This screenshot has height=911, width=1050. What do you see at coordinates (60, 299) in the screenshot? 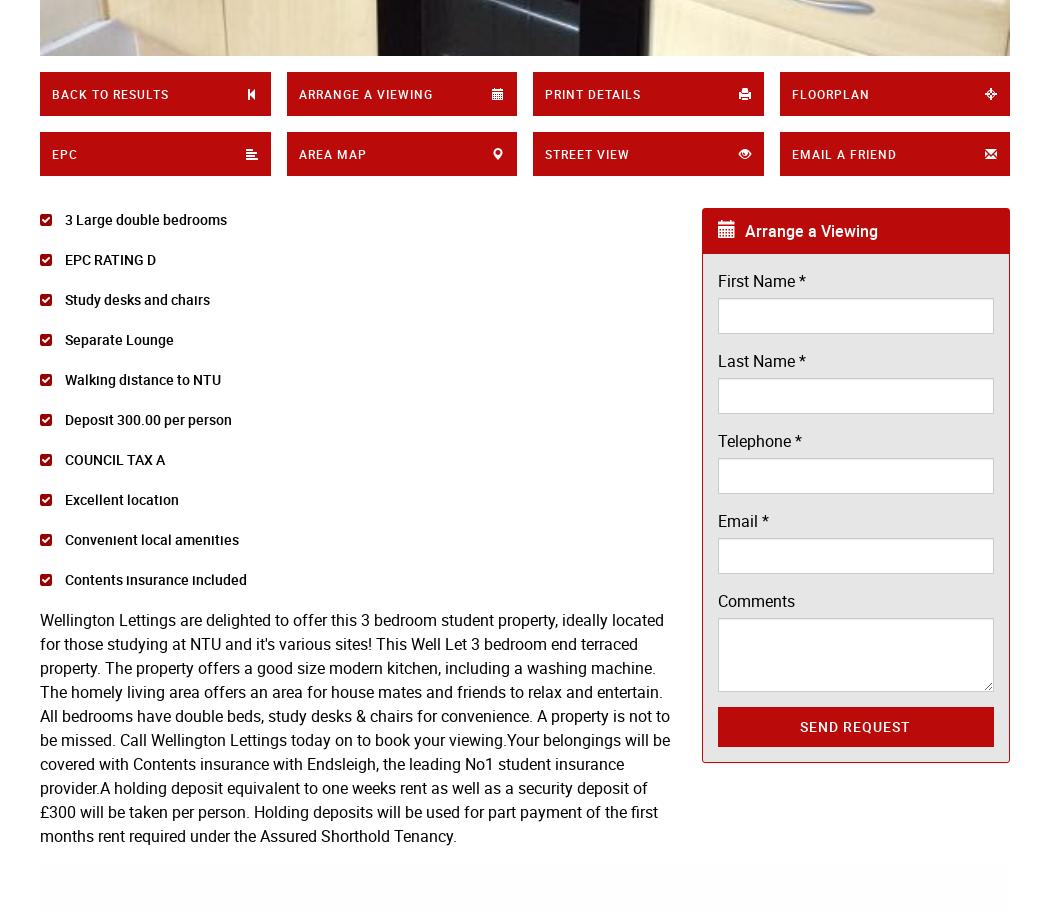
I see `'Study desks and chairs'` at bounding box center [60, 299].